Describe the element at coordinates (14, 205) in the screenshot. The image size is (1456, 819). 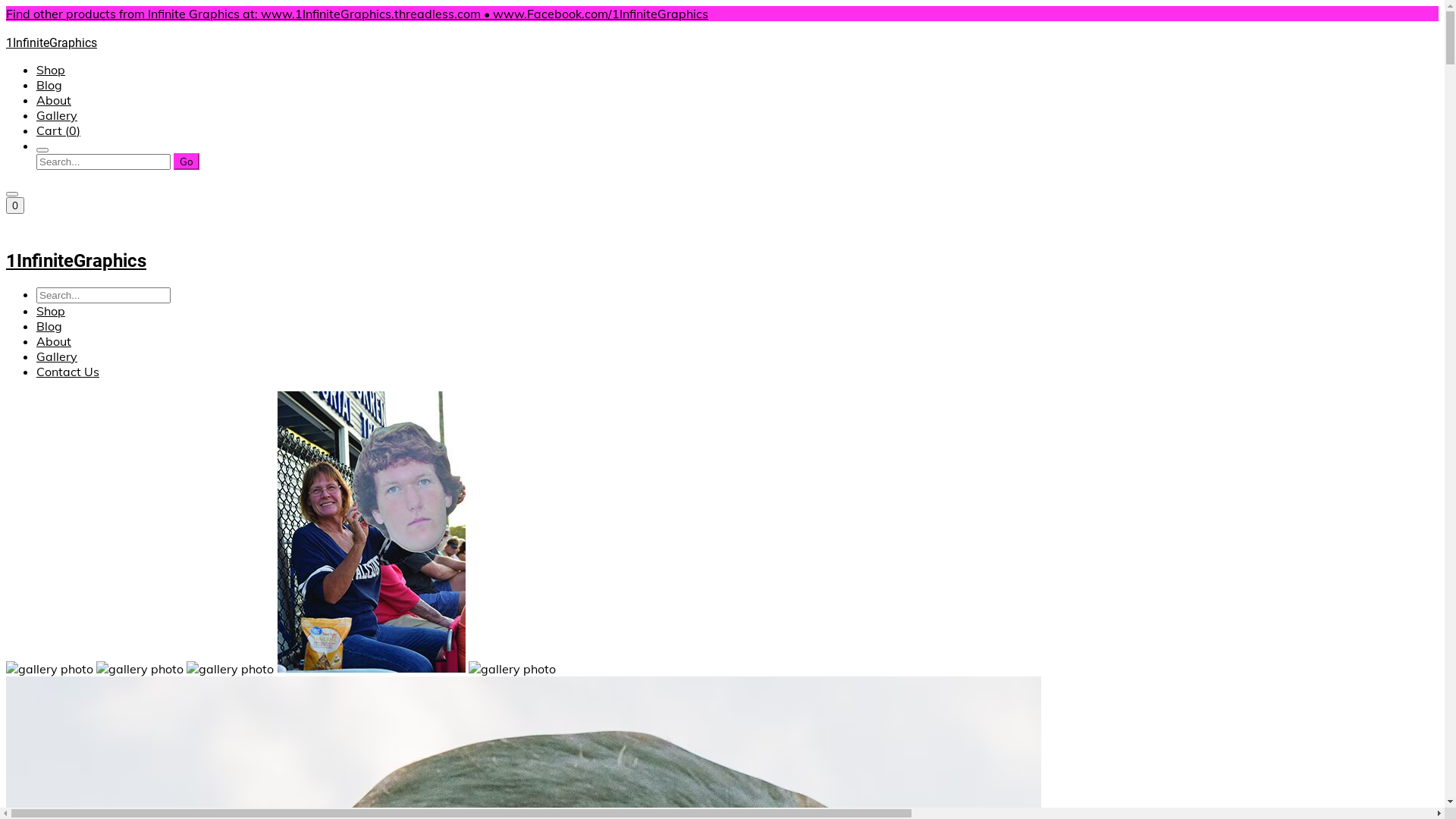
I see `'0'` at that location.